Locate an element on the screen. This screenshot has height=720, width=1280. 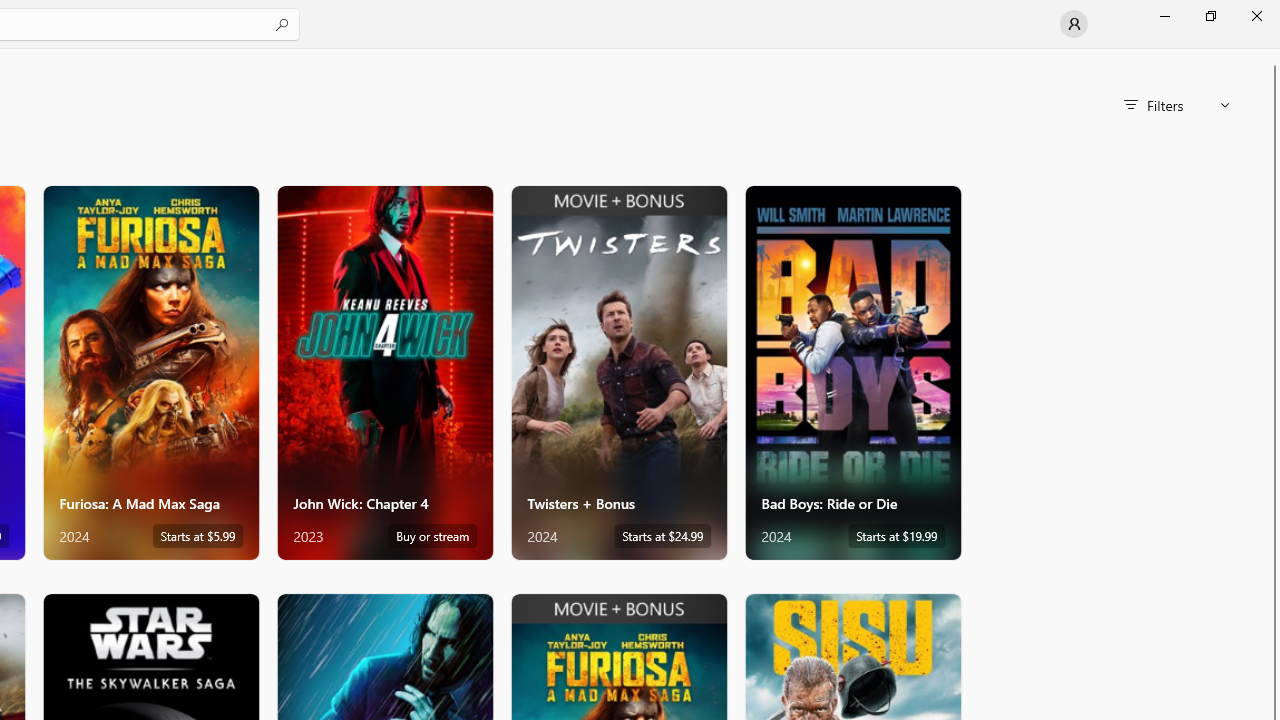
'Close Microsoft Store' is located at coordinates (1255, 15).